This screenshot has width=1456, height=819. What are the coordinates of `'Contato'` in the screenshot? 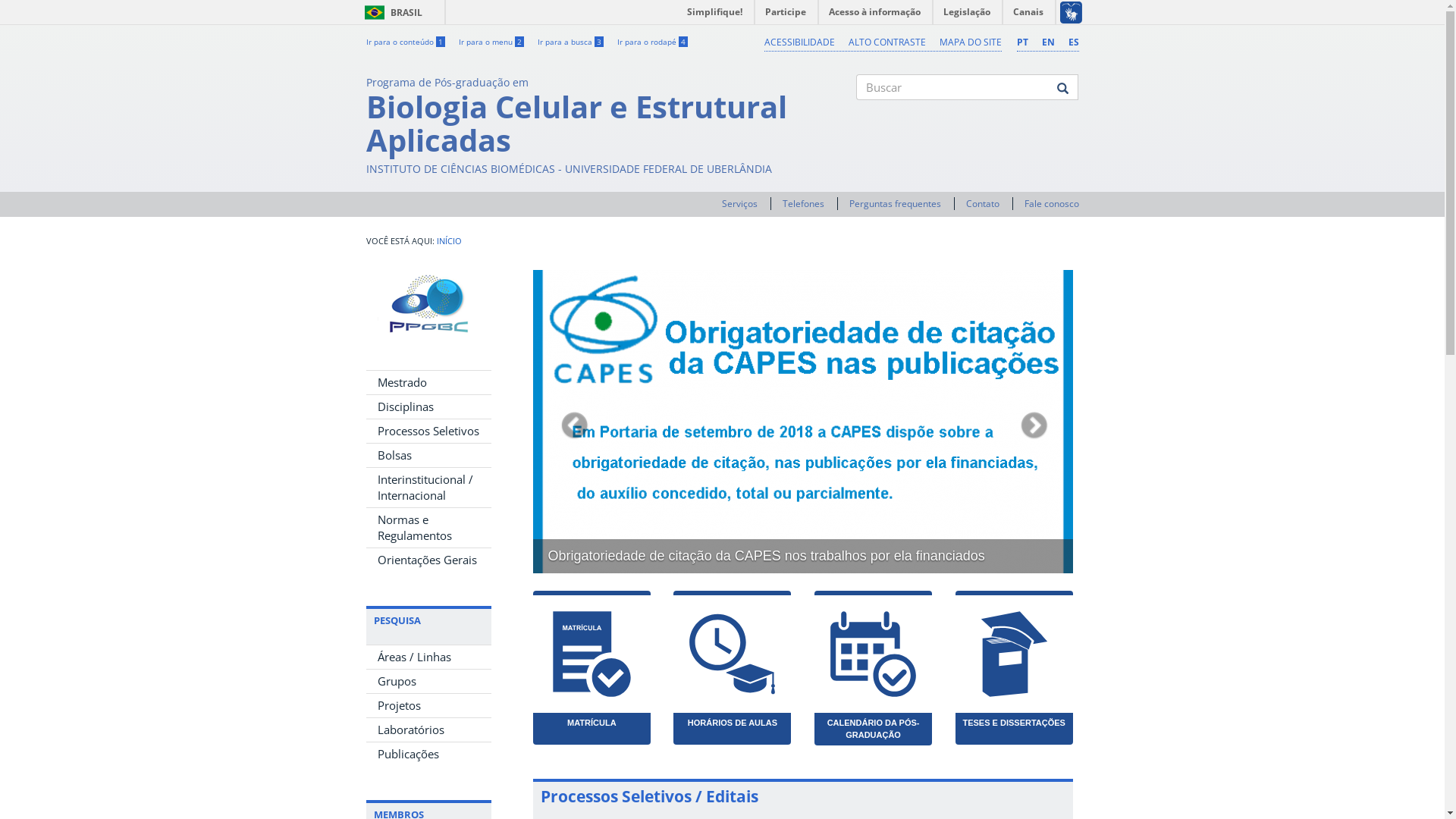 It's located at (965, 202).